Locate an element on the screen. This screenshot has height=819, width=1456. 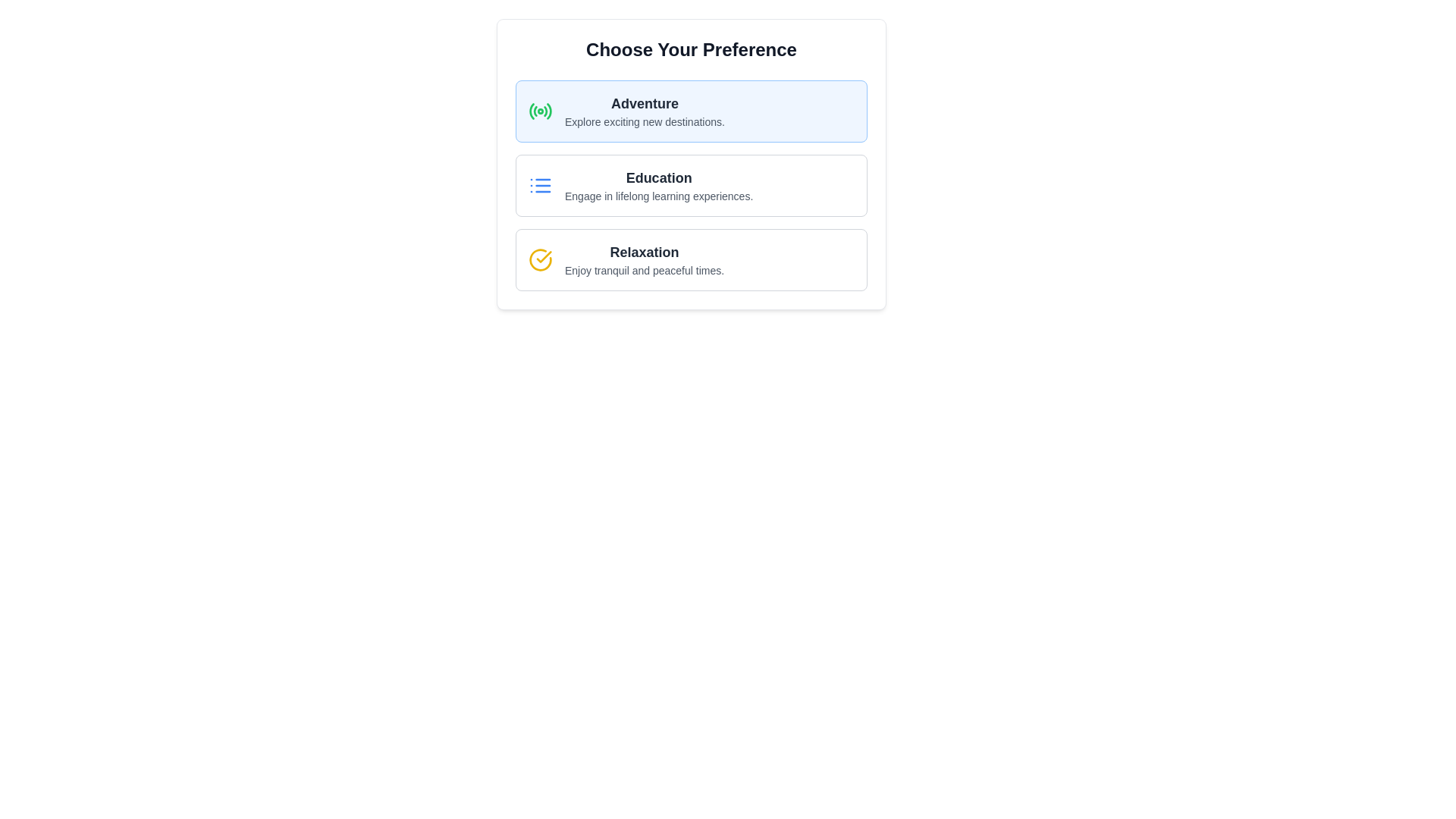
the 'Education' card in the preference selection interface is located at coordinates (691, 164).